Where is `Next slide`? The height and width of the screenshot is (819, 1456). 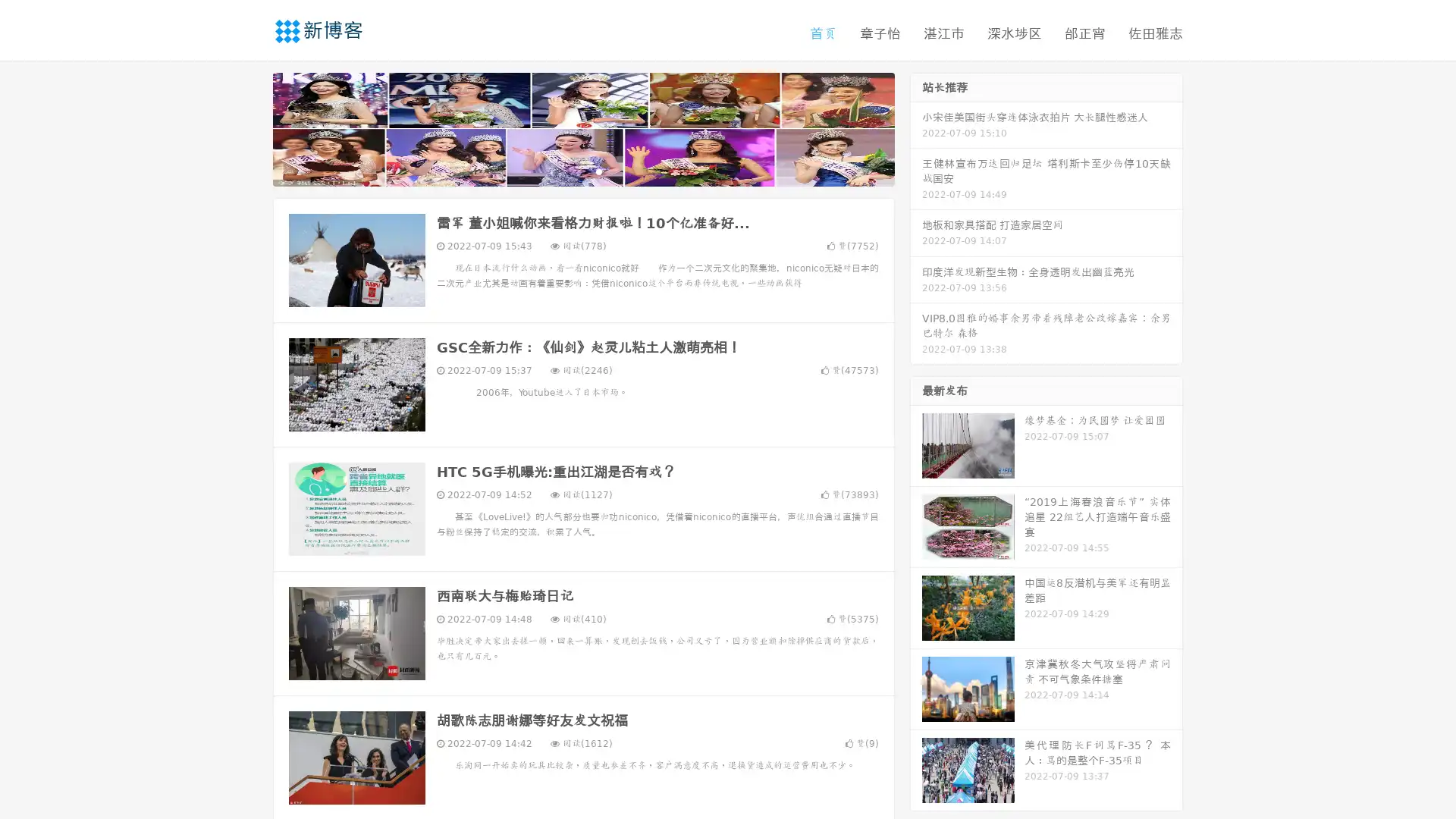
Next slide is located at coordinates (916, 127).